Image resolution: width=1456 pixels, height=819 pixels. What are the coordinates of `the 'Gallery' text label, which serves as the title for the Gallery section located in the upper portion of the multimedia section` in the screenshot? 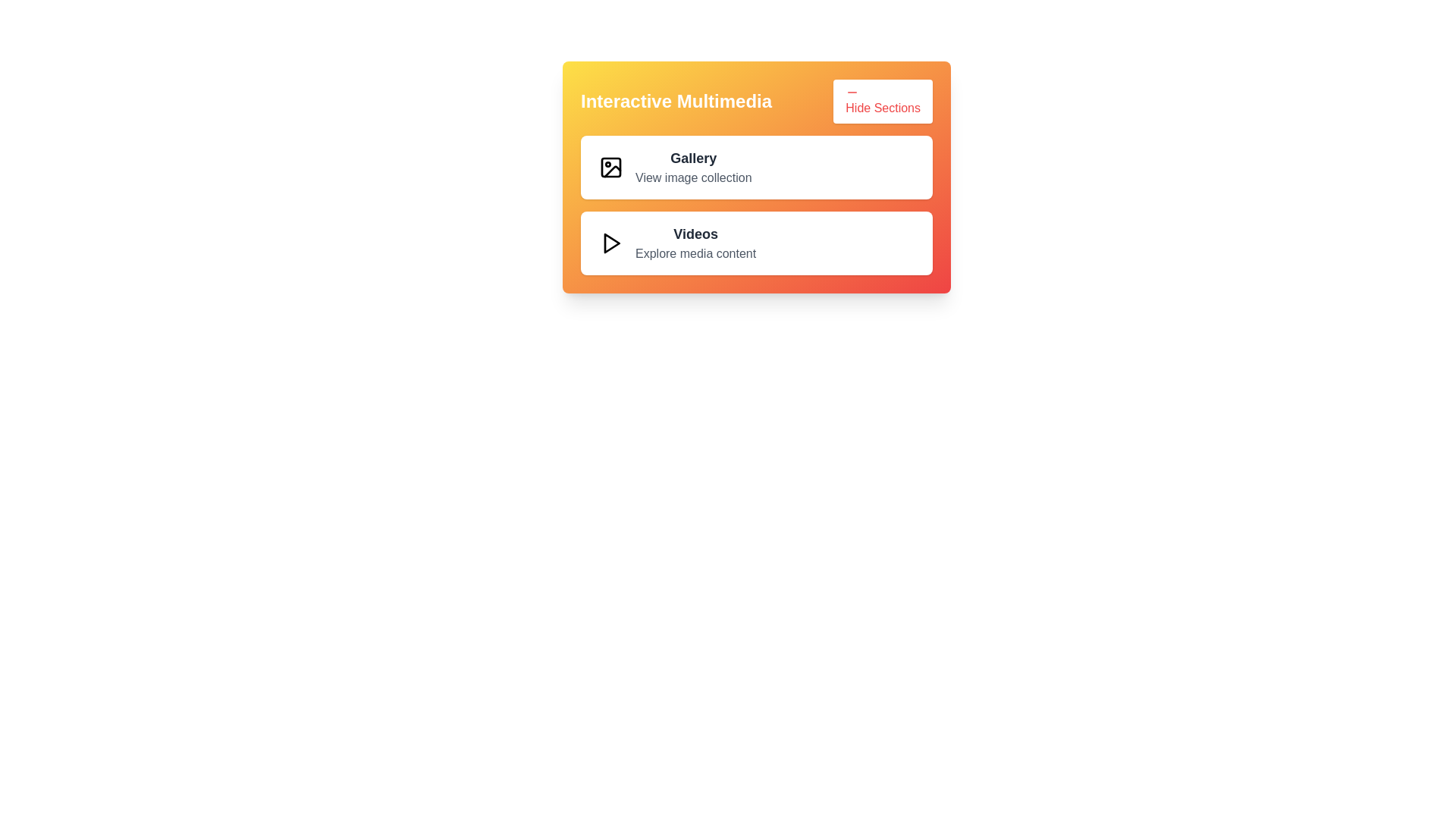 It's located at (692, 158).